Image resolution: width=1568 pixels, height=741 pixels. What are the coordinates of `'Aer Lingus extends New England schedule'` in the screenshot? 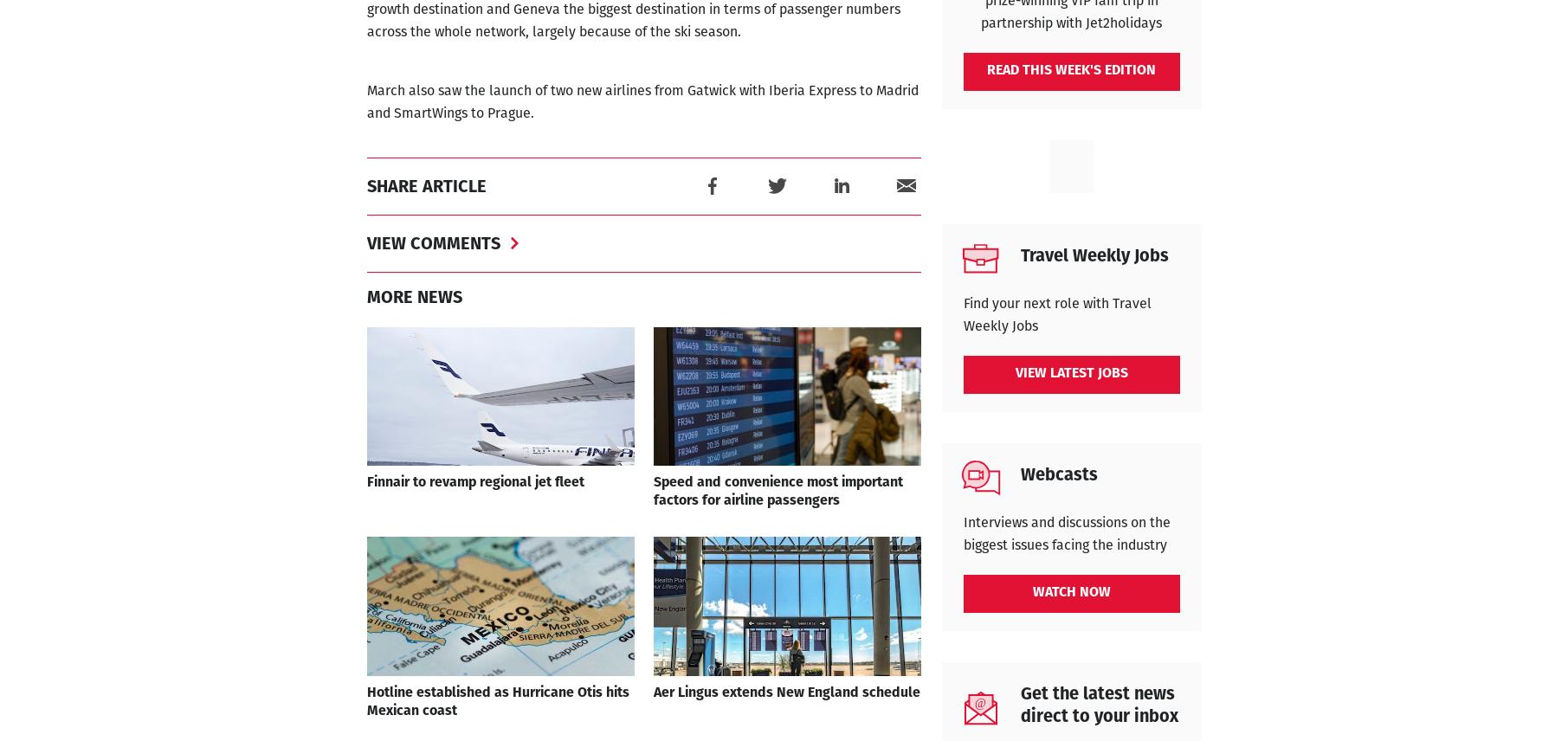 It's located at (785, 693).